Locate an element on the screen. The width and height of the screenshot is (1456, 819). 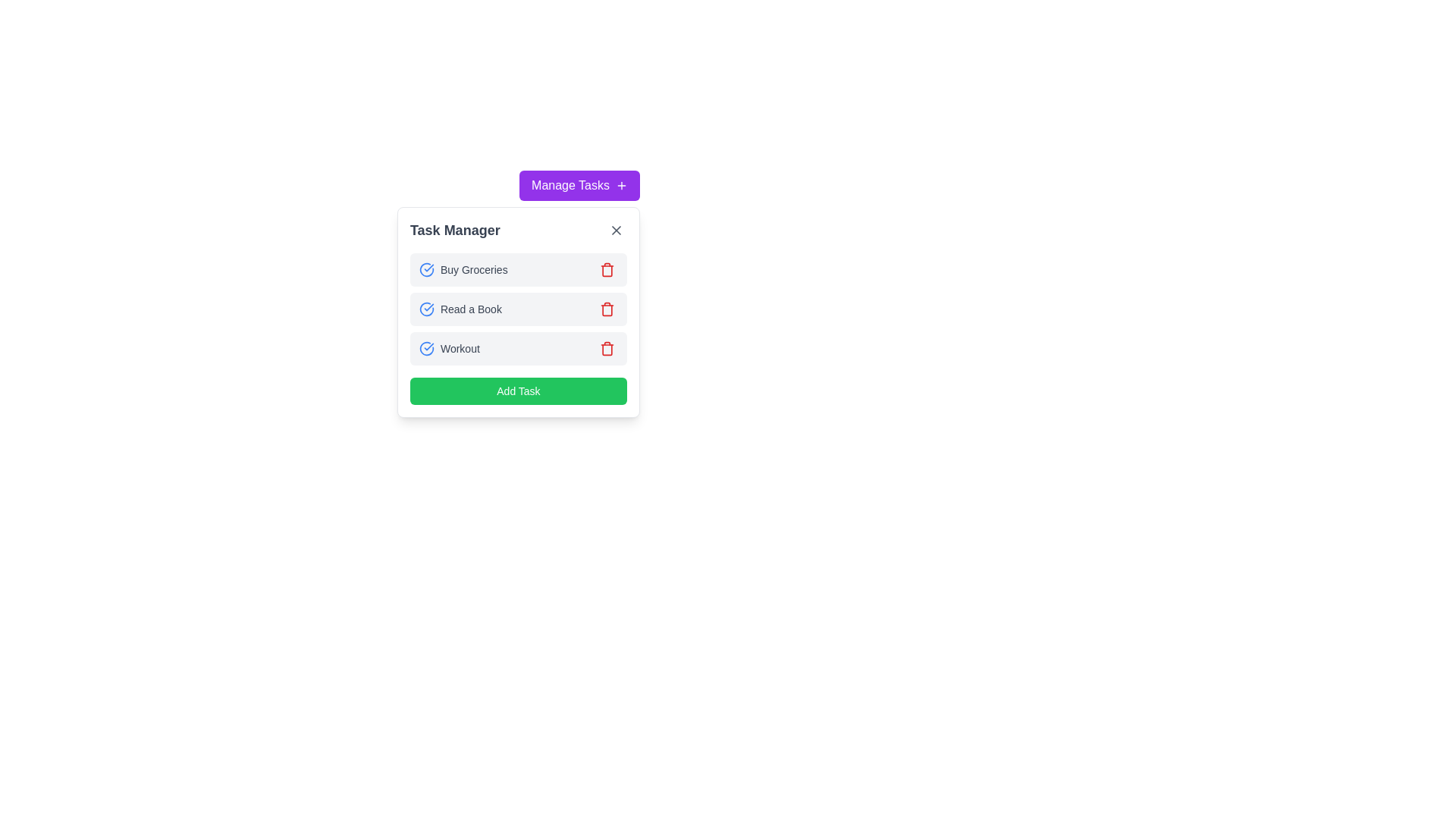
the circular close button with a gray background and an 'X' icon located at the top-right corner of the 'Task Manager' header to trigger the hover effects is located at coordinates (616, 231).